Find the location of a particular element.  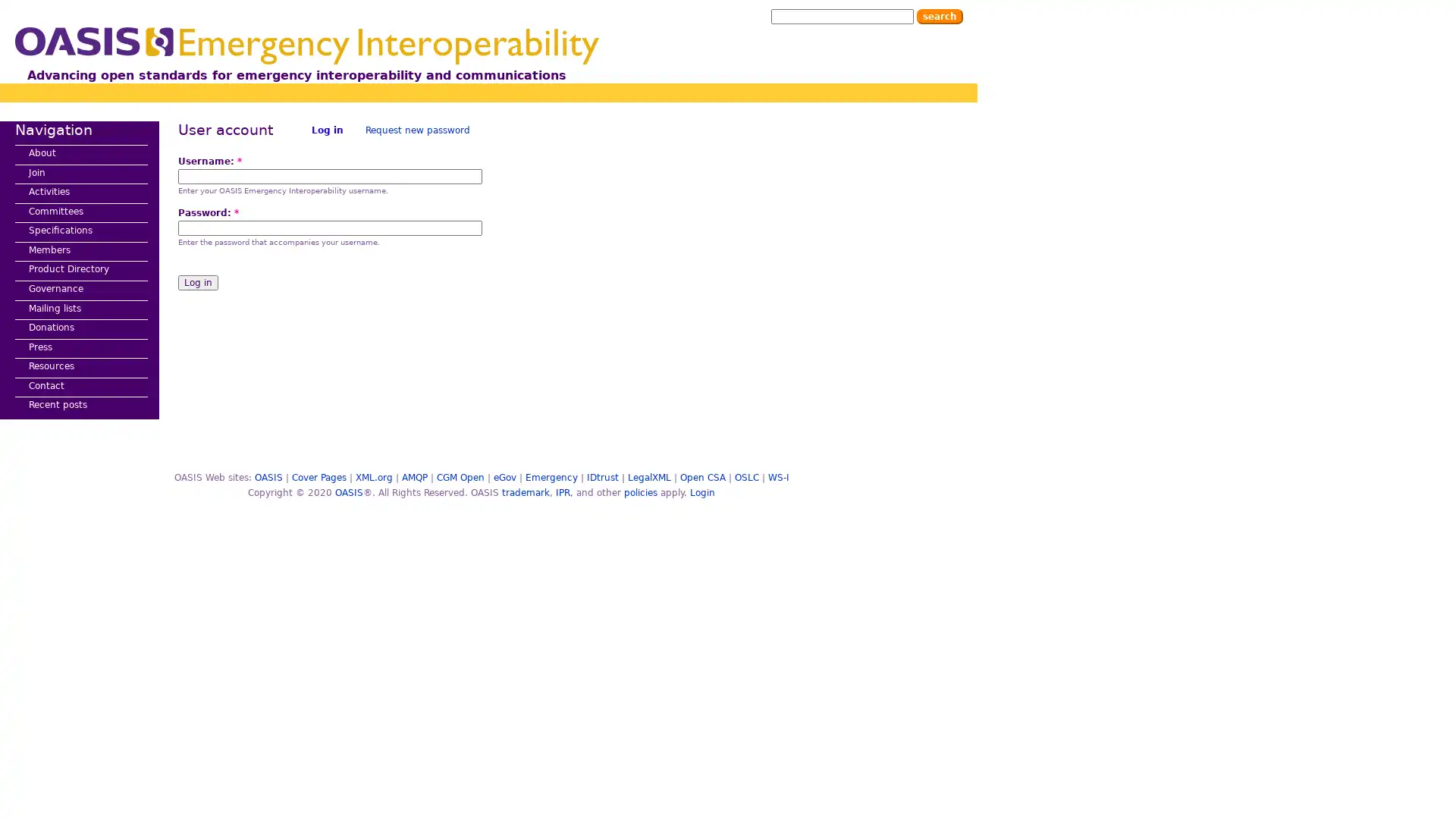

Search is located at coordinates (939, 17).